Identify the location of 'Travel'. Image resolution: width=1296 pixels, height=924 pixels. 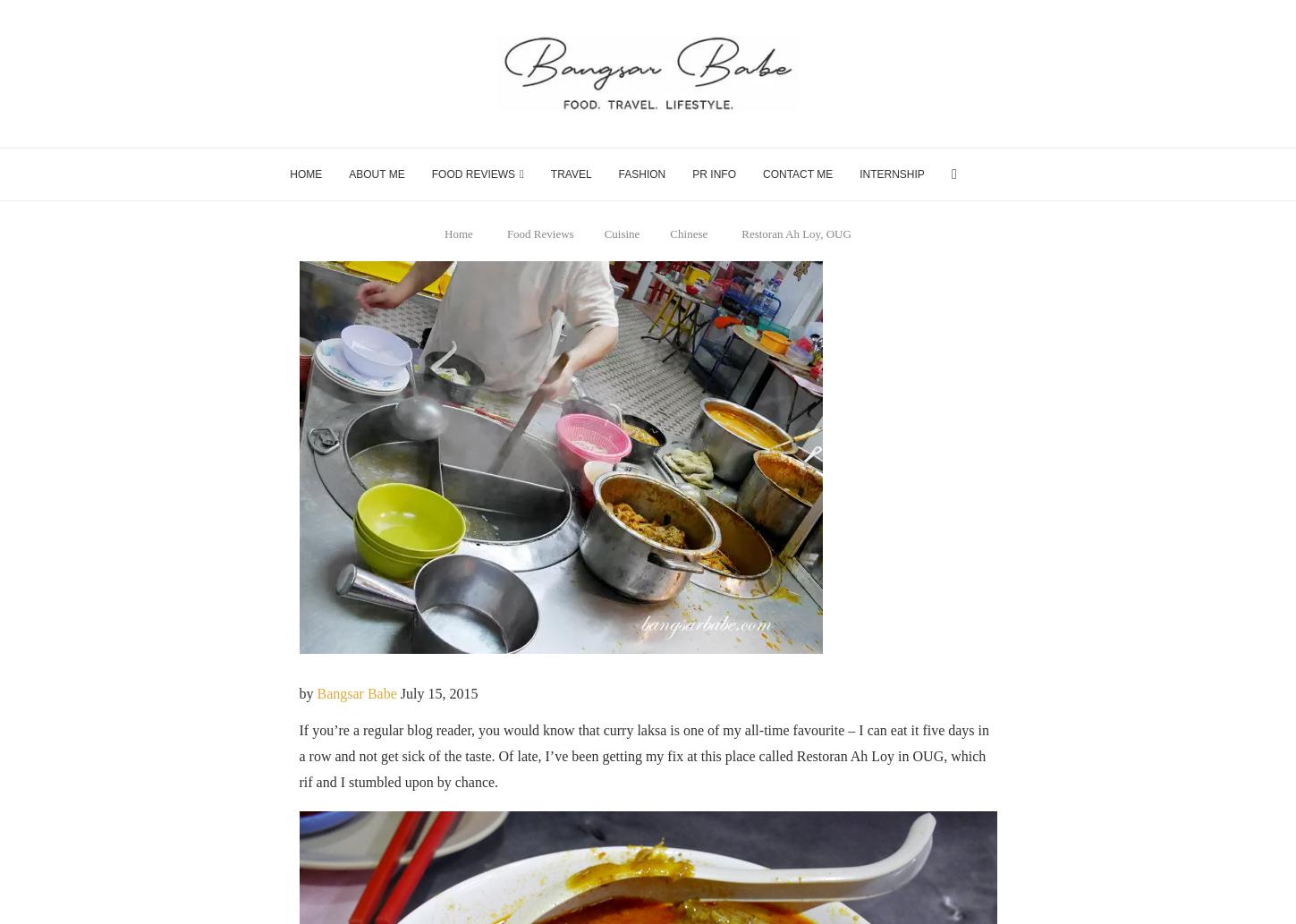
(570, 174).